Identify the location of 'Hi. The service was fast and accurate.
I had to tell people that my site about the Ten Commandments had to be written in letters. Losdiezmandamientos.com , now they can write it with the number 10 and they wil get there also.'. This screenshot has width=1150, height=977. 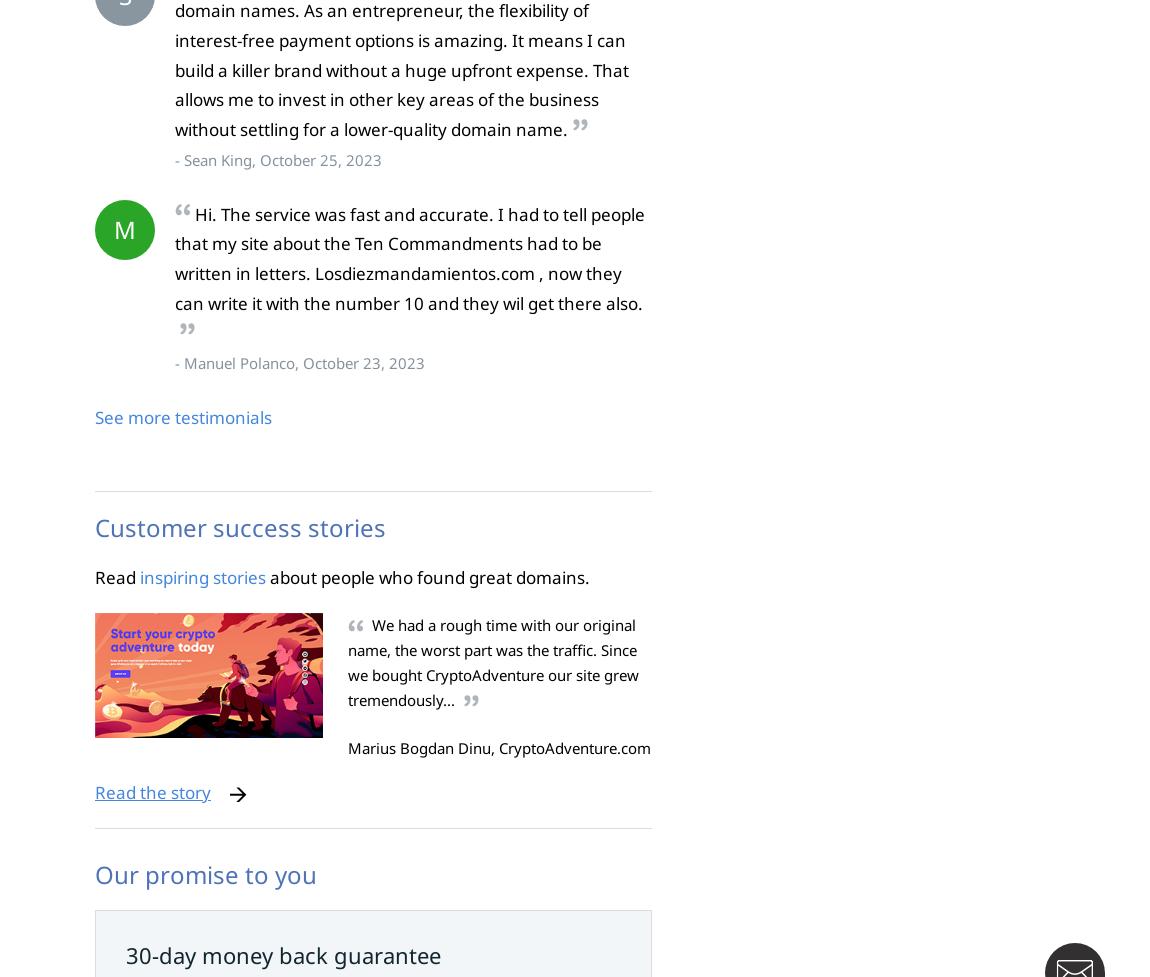
(409, 257).